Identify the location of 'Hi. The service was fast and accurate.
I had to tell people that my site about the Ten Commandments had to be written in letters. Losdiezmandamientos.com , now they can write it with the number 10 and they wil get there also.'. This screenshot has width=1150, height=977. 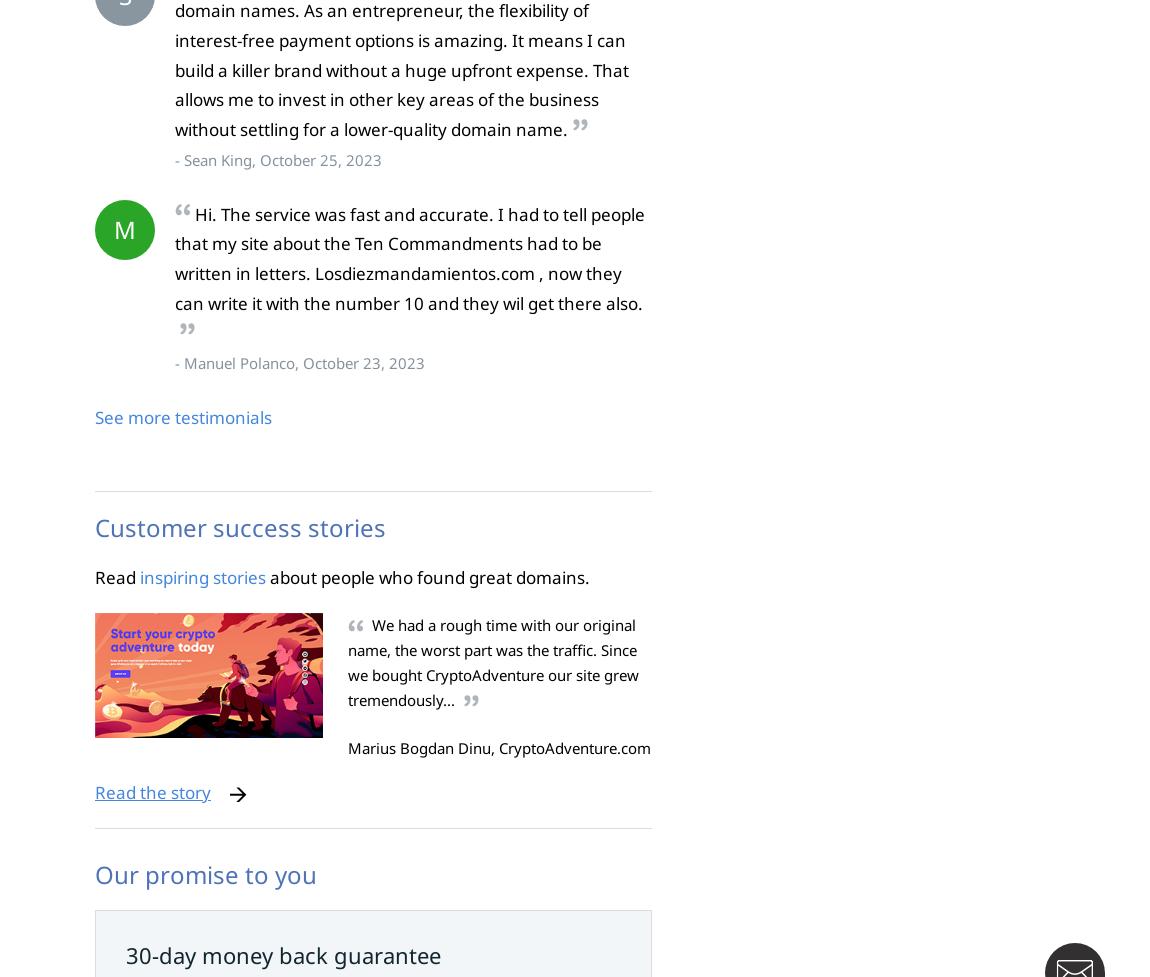
(409, 257).